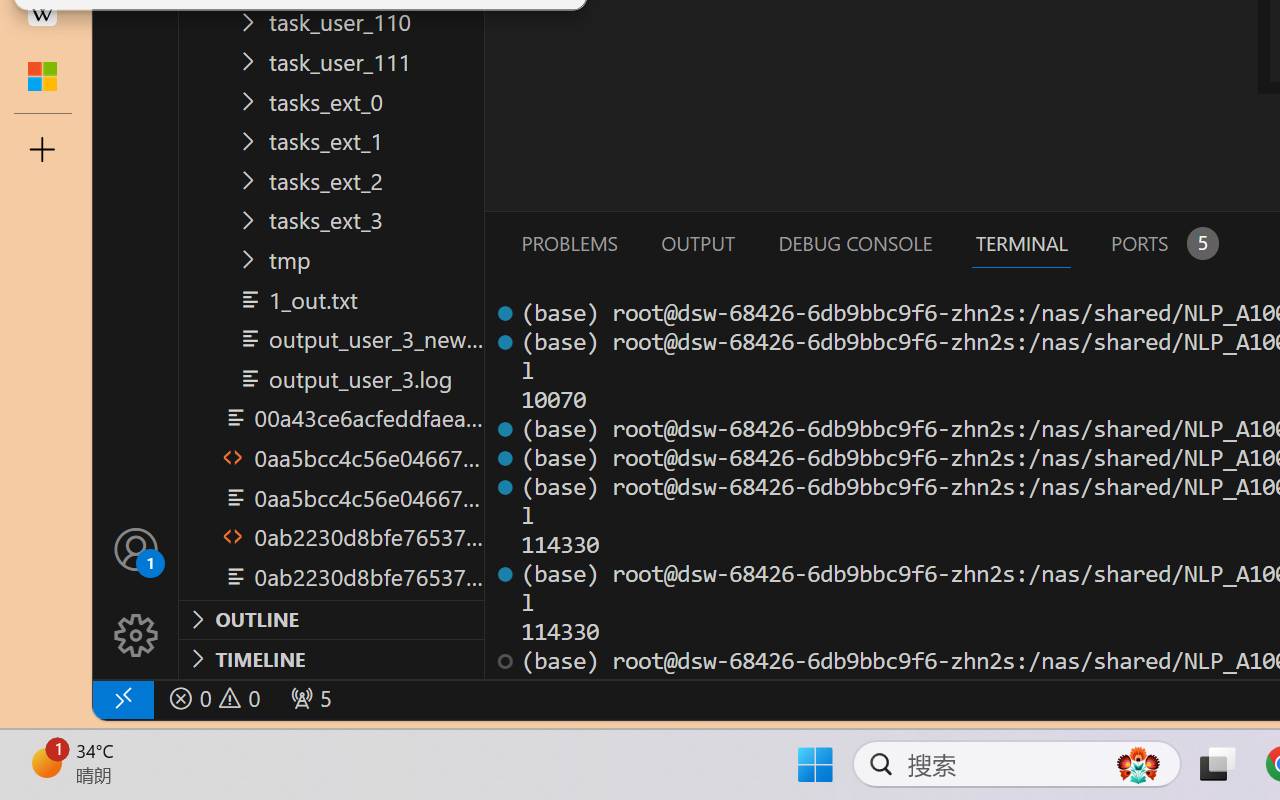 The width and height of the screenshot is (1280, 800). Describe the element at coordinates (696, 242) in the screenshot. I see `'Output (Ctrl+Shift+U)'` at that location.